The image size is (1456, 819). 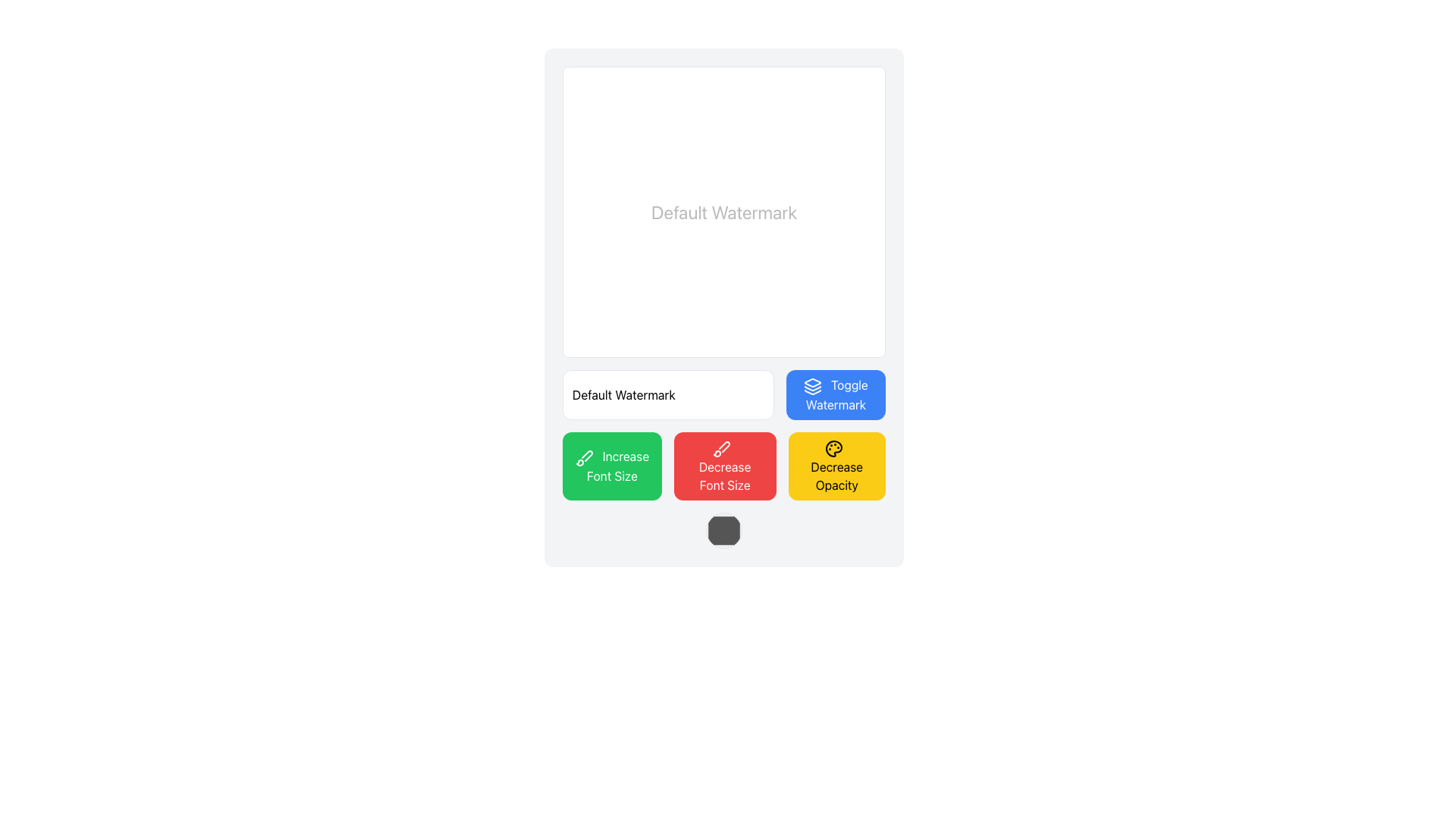 What do you see at coordinates (724, 465) in the screenshot?
I see `the middle button in the horizontal row of three buttons, which decreases the font size when clicked` at bounding box center [724, 465].